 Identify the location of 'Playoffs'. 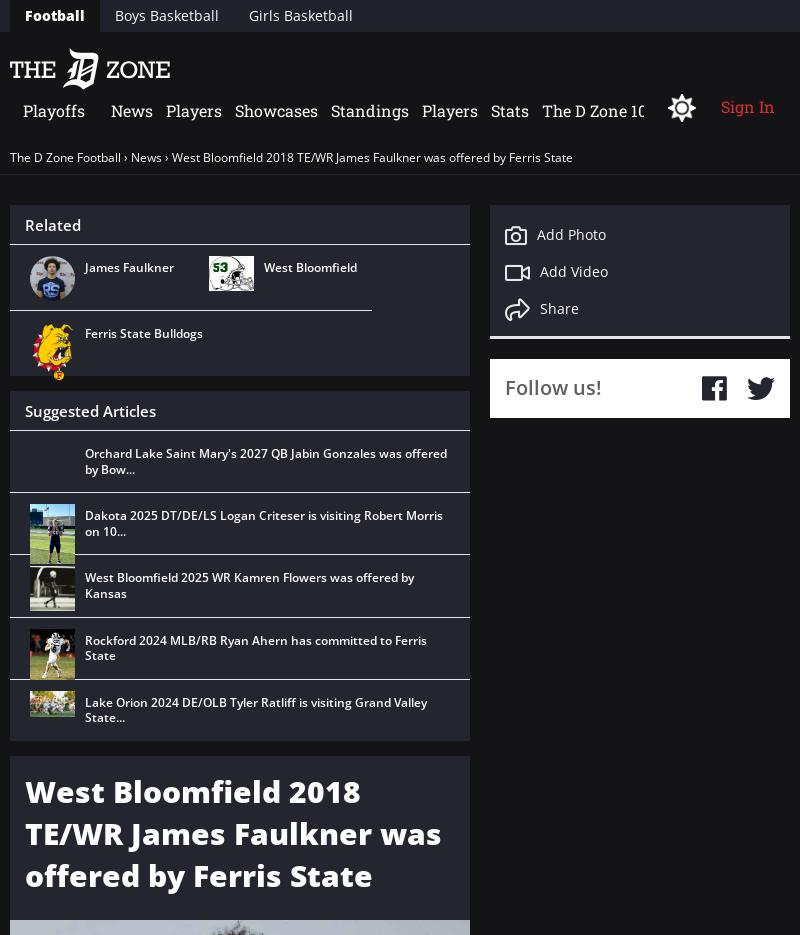
(53, 109).